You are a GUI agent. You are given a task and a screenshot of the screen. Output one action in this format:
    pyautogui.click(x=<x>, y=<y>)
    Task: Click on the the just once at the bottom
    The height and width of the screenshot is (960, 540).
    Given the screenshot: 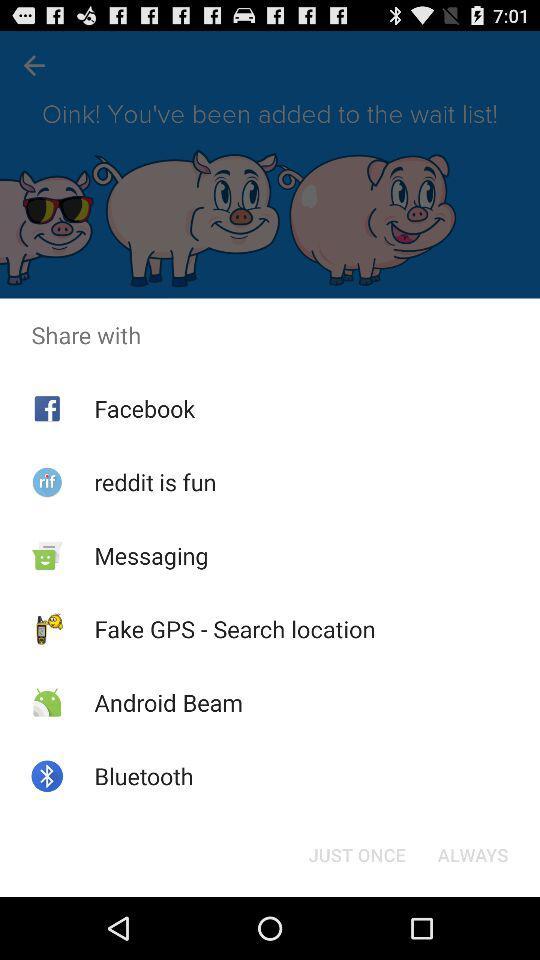 What is the action you would take?
    pyautogui.click(x=356, y=853)
    